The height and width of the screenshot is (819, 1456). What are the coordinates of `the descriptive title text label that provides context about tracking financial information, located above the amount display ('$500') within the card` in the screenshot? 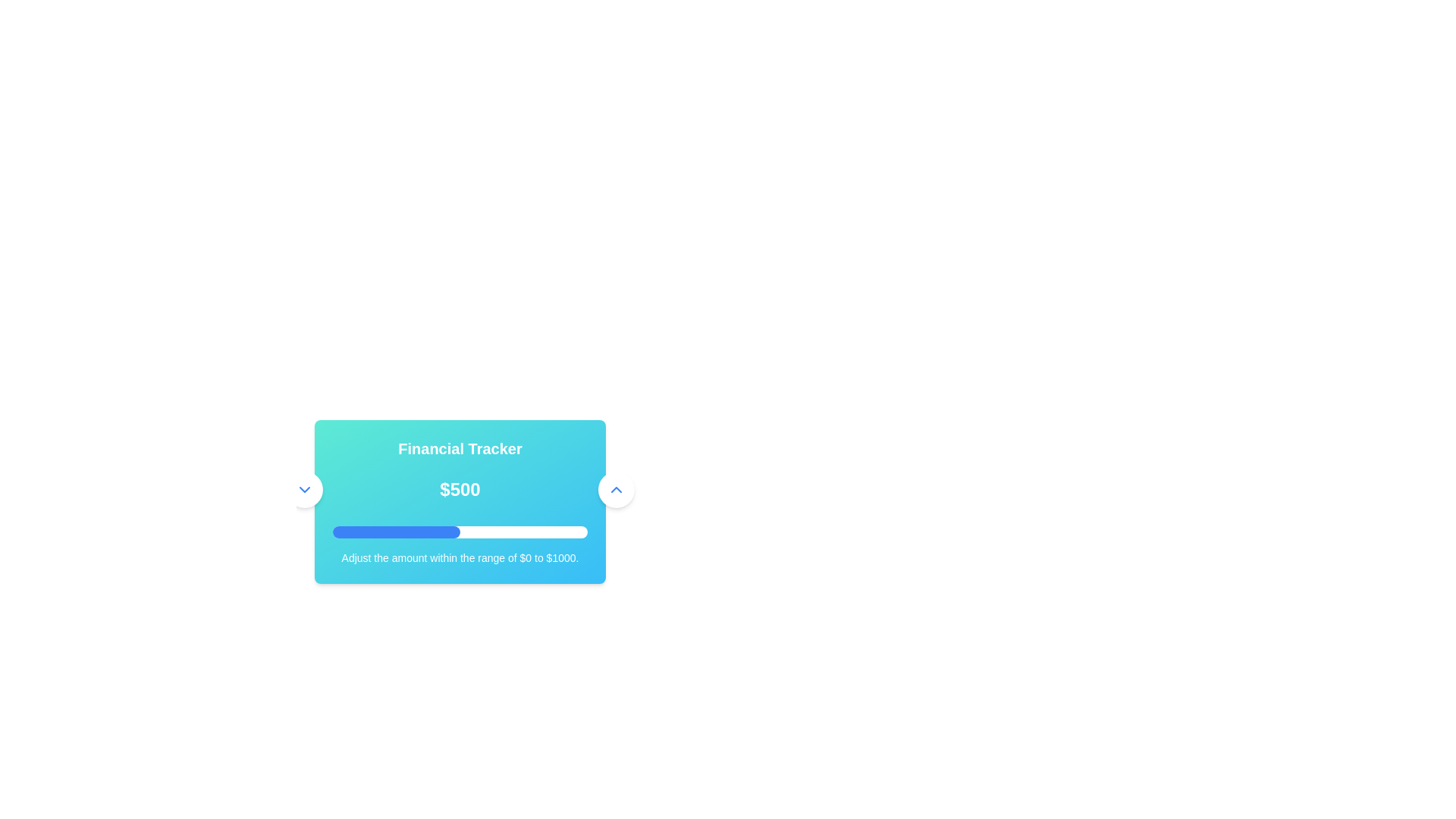 It's located at (459, 447).